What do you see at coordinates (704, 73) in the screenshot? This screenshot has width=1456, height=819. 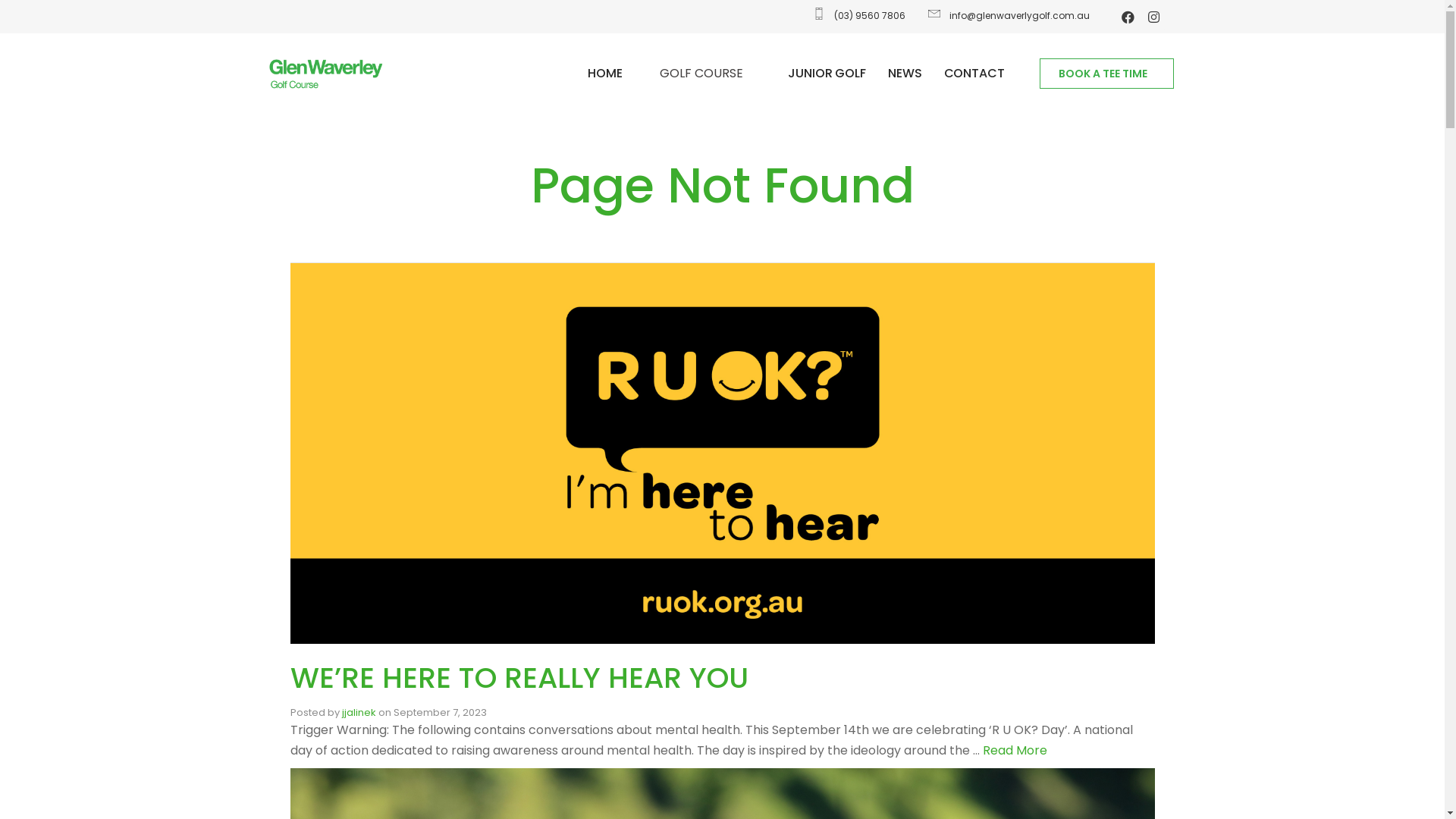 I see `'GOLF COURSE'` at bounding box center [704, 73].